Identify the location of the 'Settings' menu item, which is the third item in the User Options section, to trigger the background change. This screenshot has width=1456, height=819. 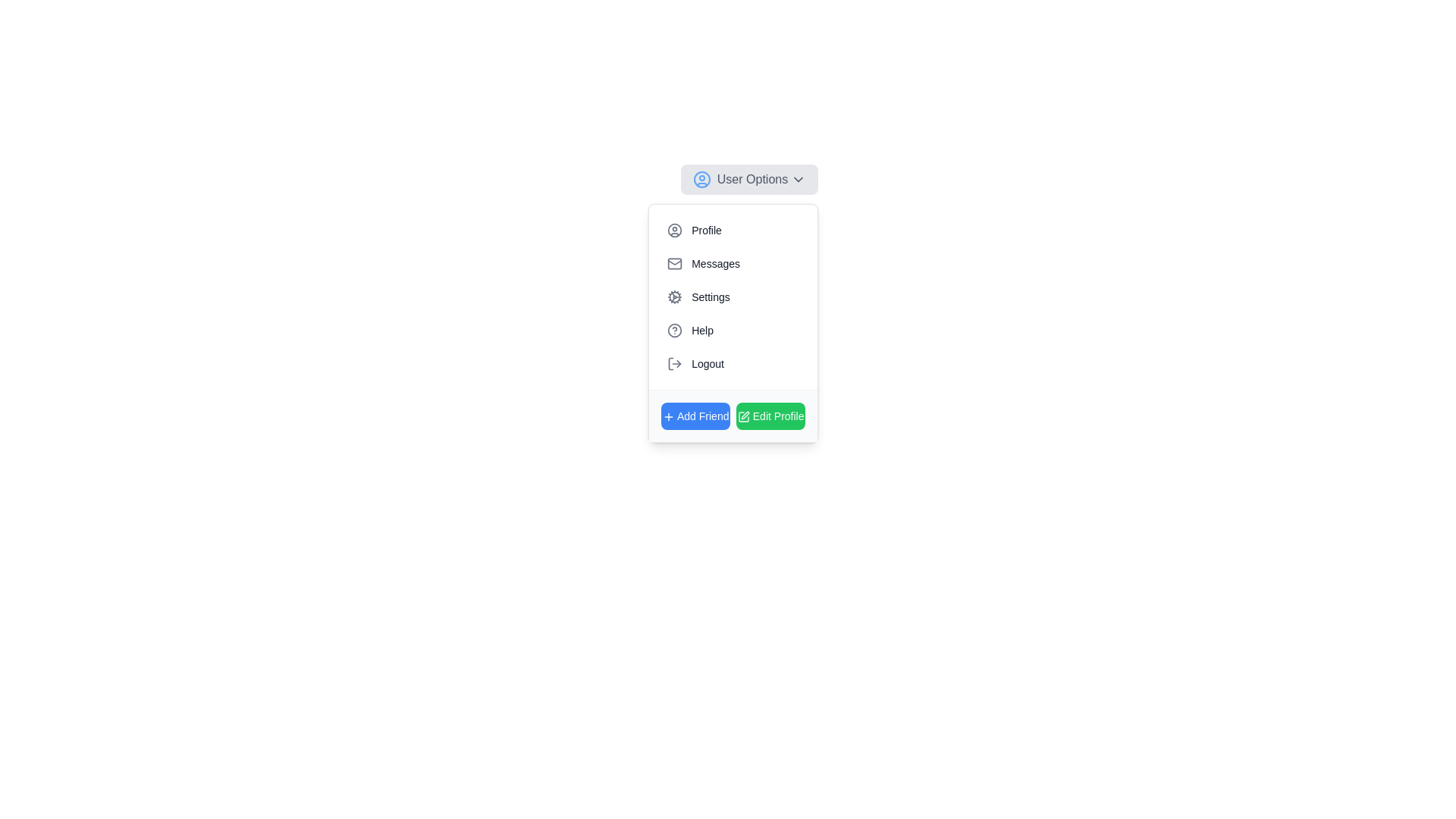
(733, 297).